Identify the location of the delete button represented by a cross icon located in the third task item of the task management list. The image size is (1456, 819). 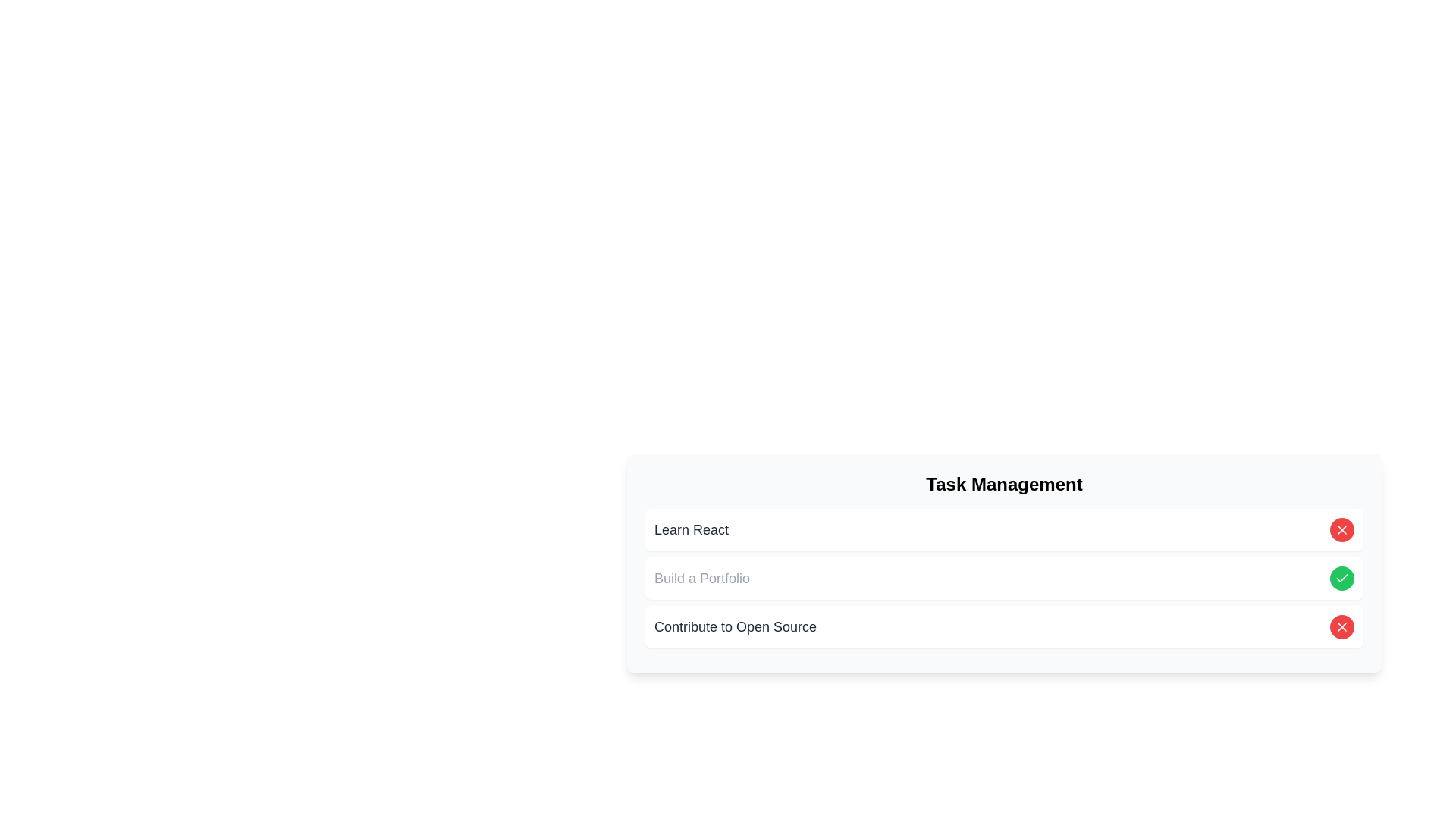
(1342, 529).